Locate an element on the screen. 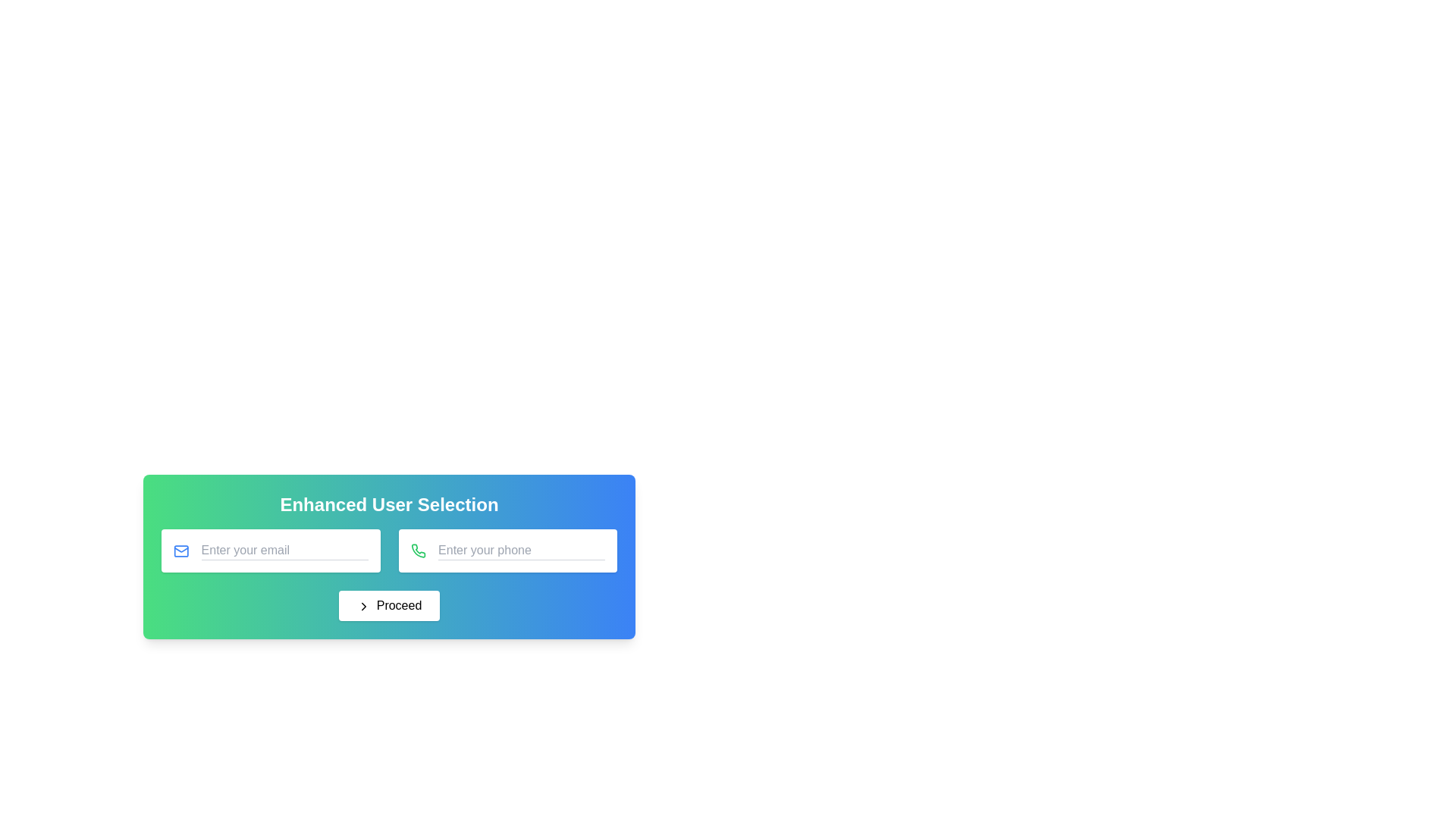 Image resolution: width=1456 pixels, height=819 pixels. the arrow icon located within the 'Proceed' button is located at coordinates (362, 605).